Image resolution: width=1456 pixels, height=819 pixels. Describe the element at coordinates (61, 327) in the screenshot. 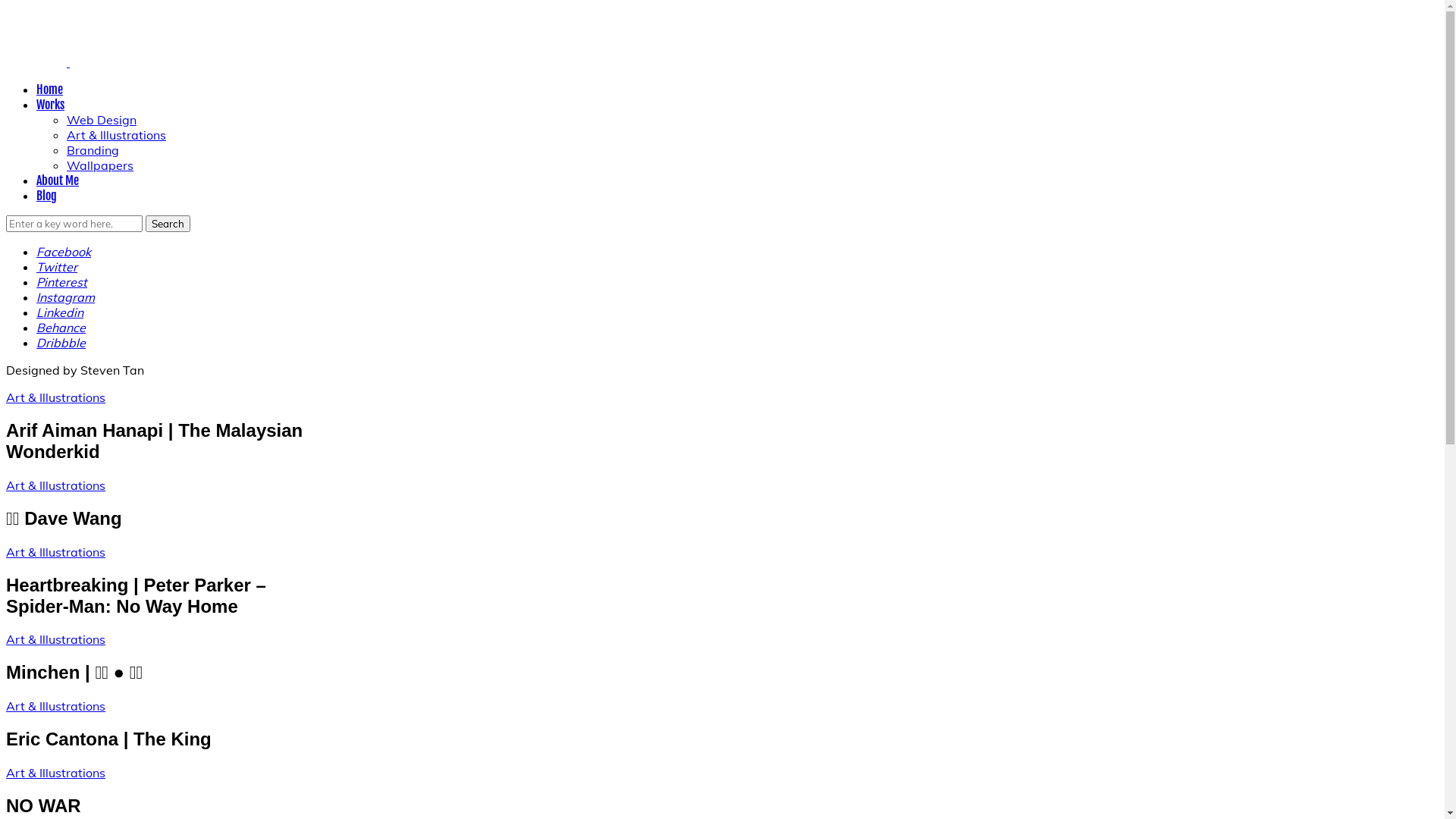

I see `'Behance'` at that location.